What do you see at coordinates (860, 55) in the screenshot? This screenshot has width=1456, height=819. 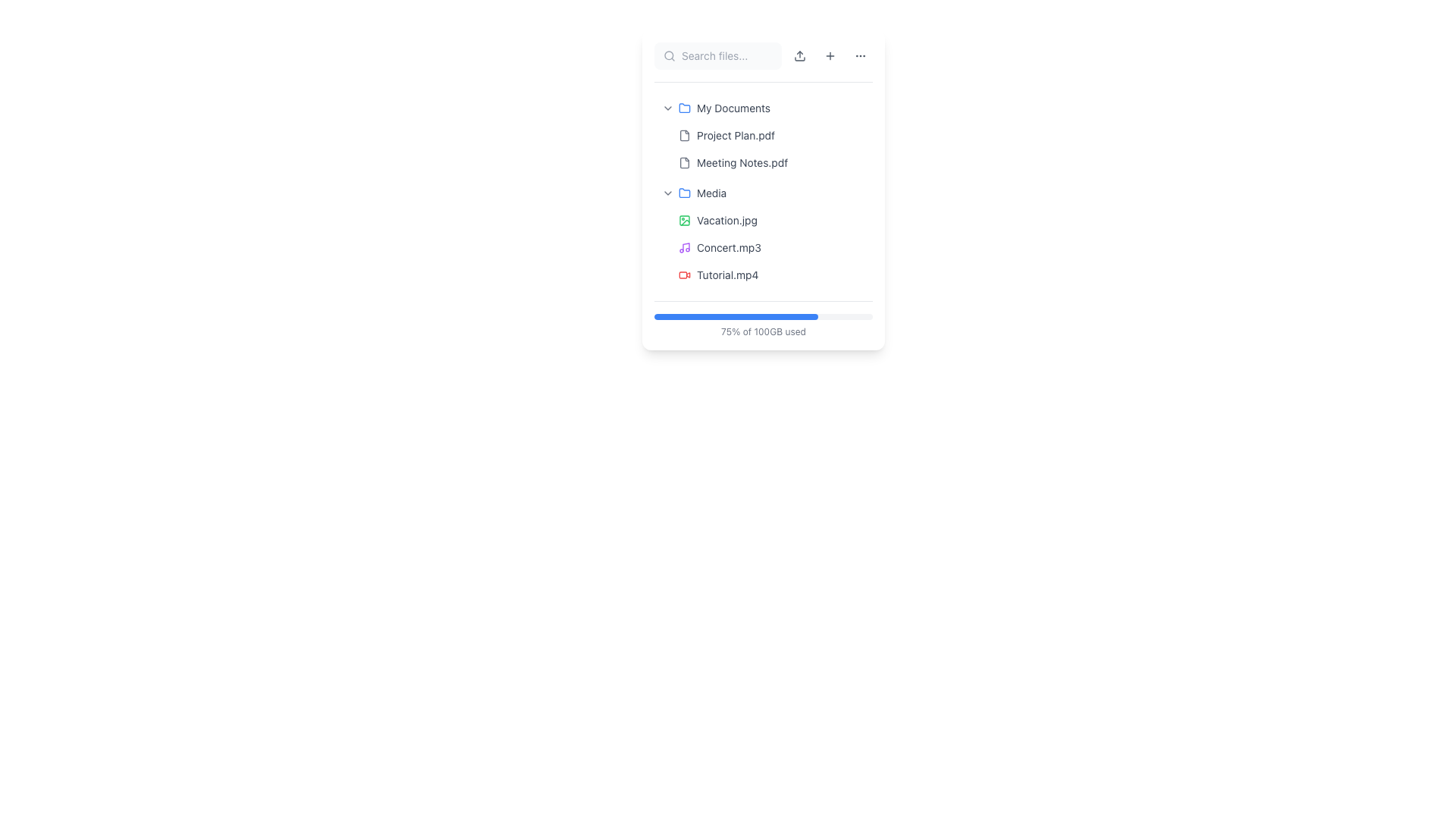 I see `the ellipsis button located in the upper-right corner of the panel, which is the last button in a sequence of small interactive icons and is positioned directly to the right of the '+' button` at bounding box center [860, 55].